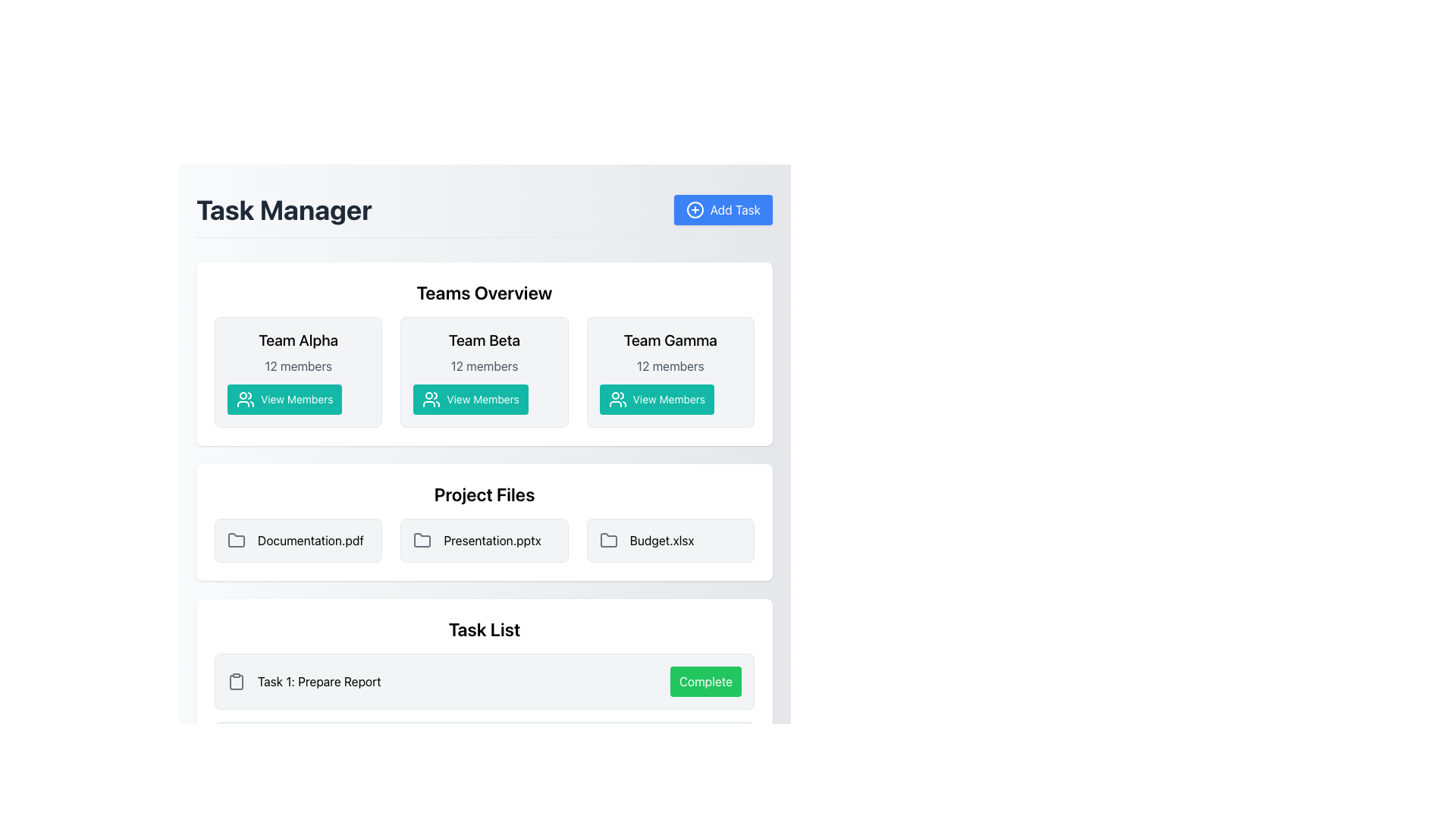  I want to click on the File card component representing 'Documentation.pdf', which is the first item in the 'Project Files' section, so click(298, 540).